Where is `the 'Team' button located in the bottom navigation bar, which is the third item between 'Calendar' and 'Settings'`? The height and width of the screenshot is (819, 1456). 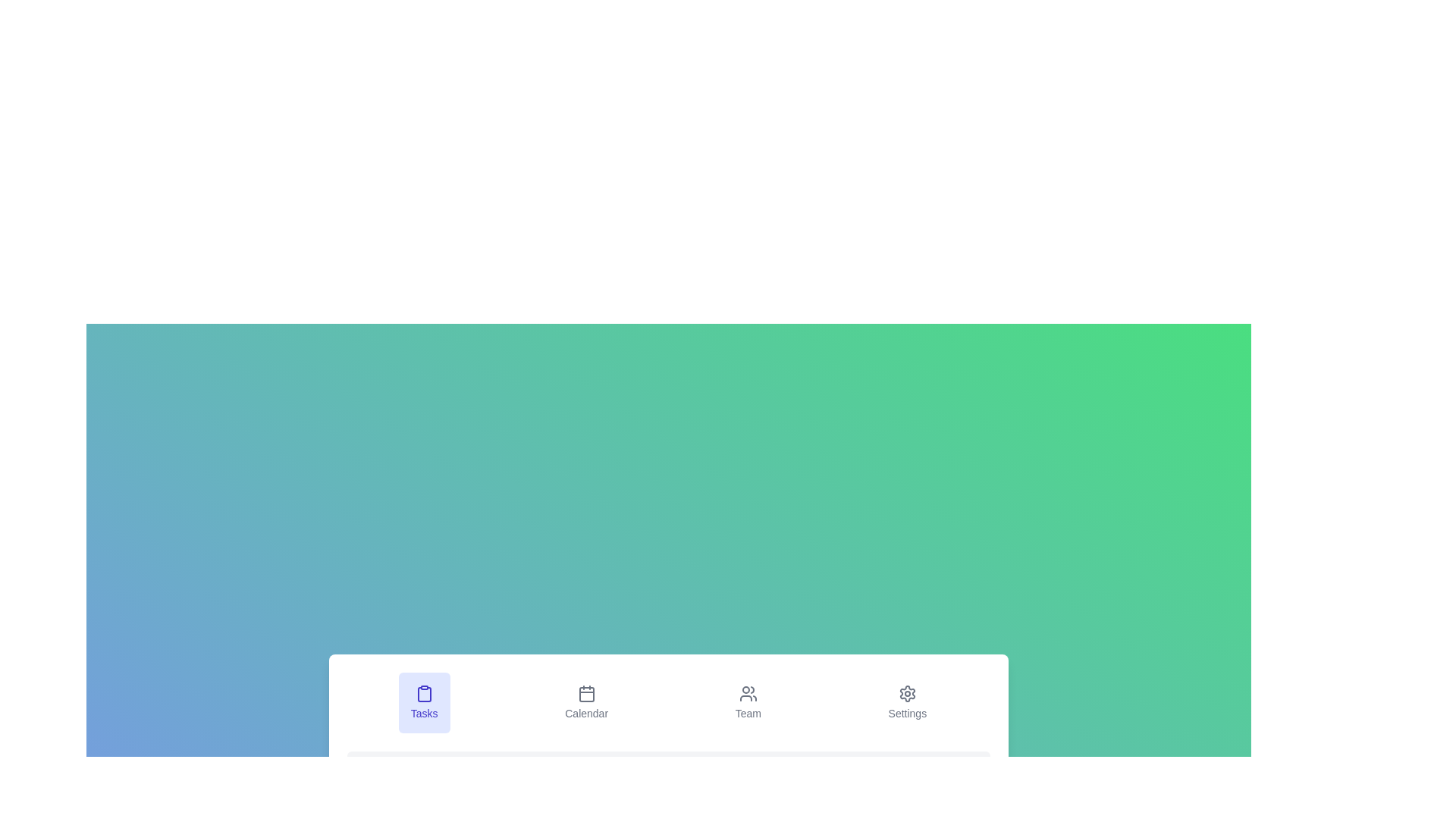 the 'Team' button located in the bottom navigation bar, which is the third item between 'Calendar' and 'Settings' is located at coordinates (748, 702).